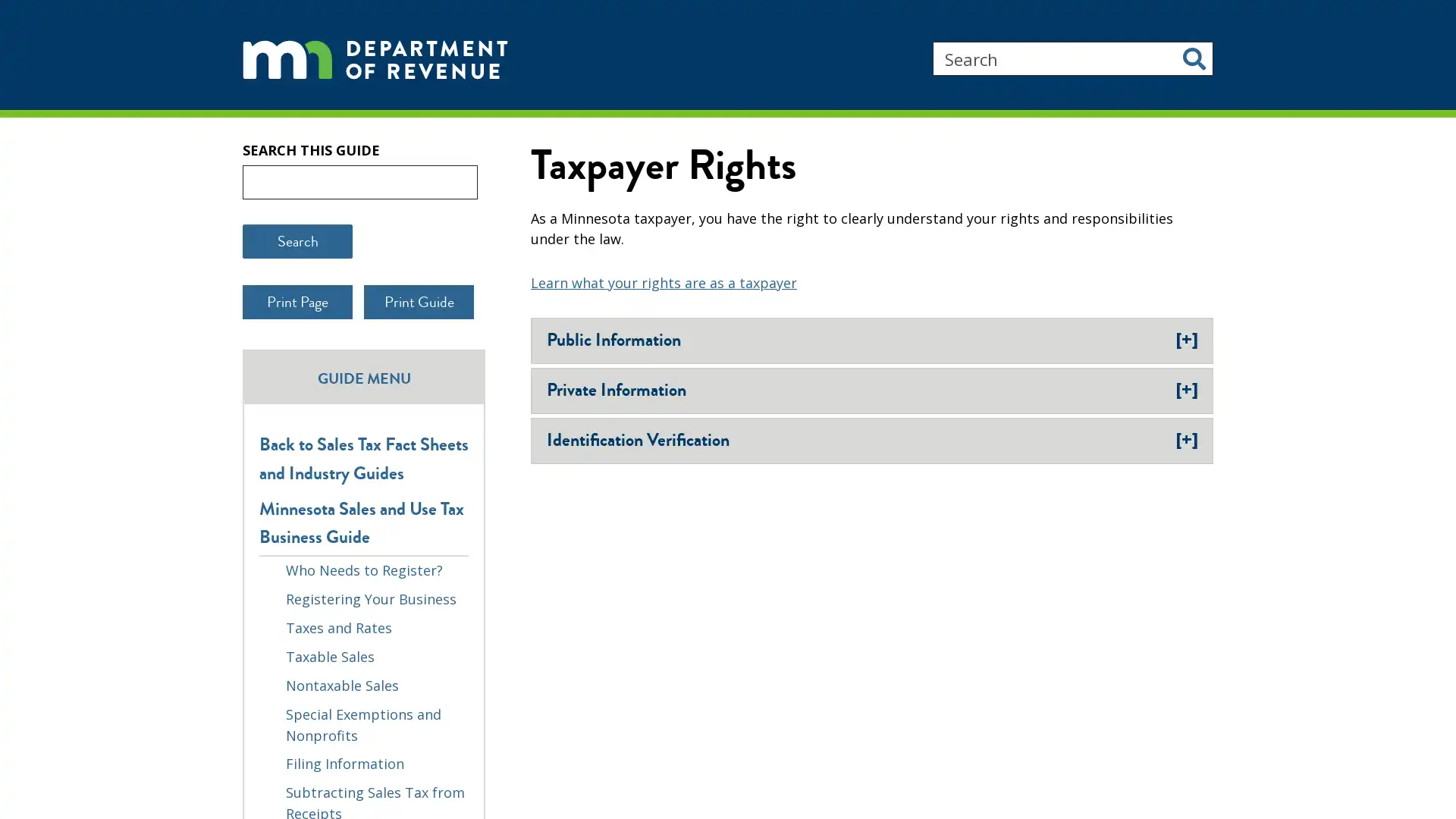 The image size is (1456, 819). Describe the element at coordinates (1194, 58) in the screenshot. I see `Search` at that location.